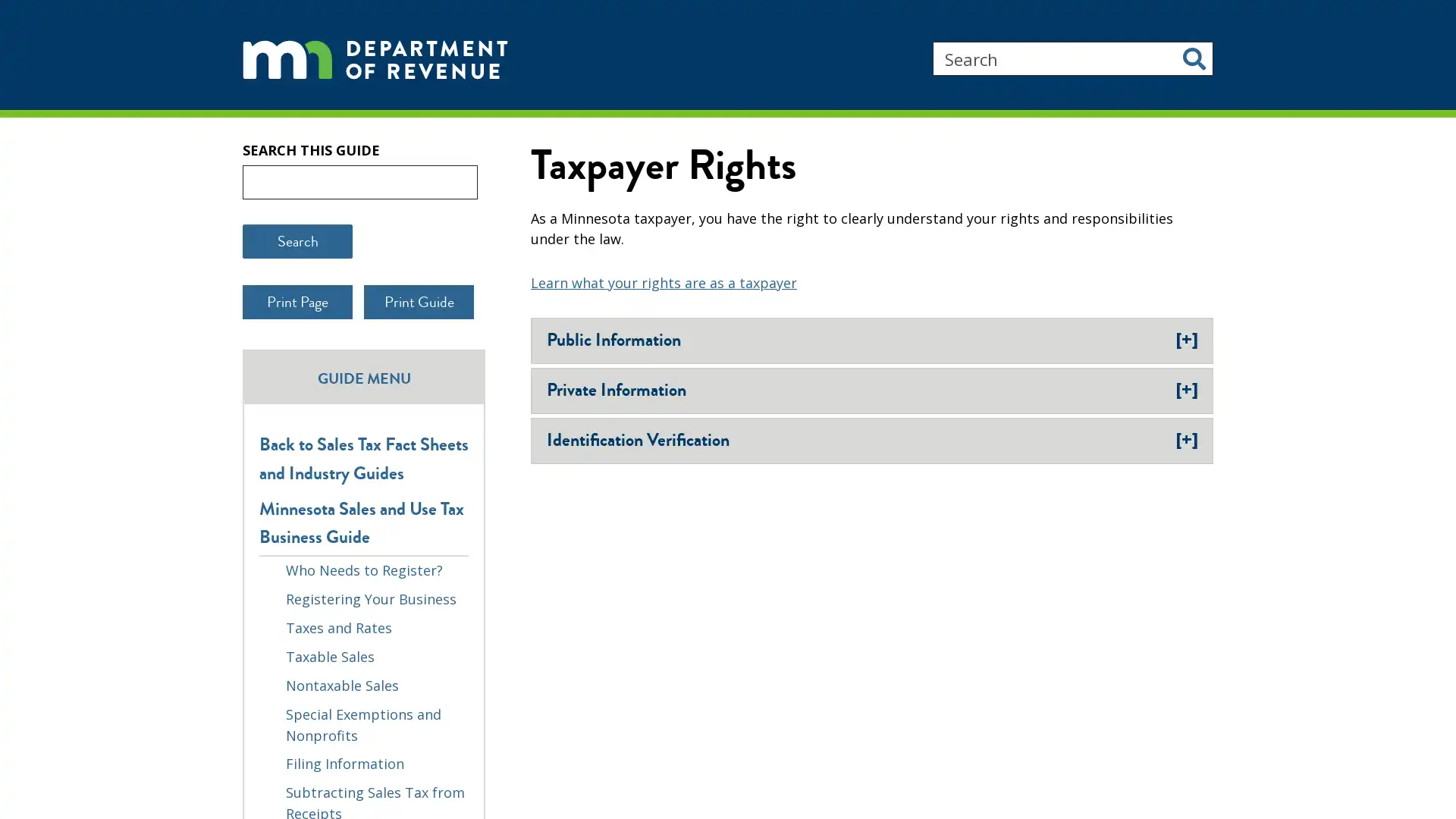 The image size is (1456, 819). Describe the element at coordinates (1194, 58) in the screenshot. I see `Search` at that location.